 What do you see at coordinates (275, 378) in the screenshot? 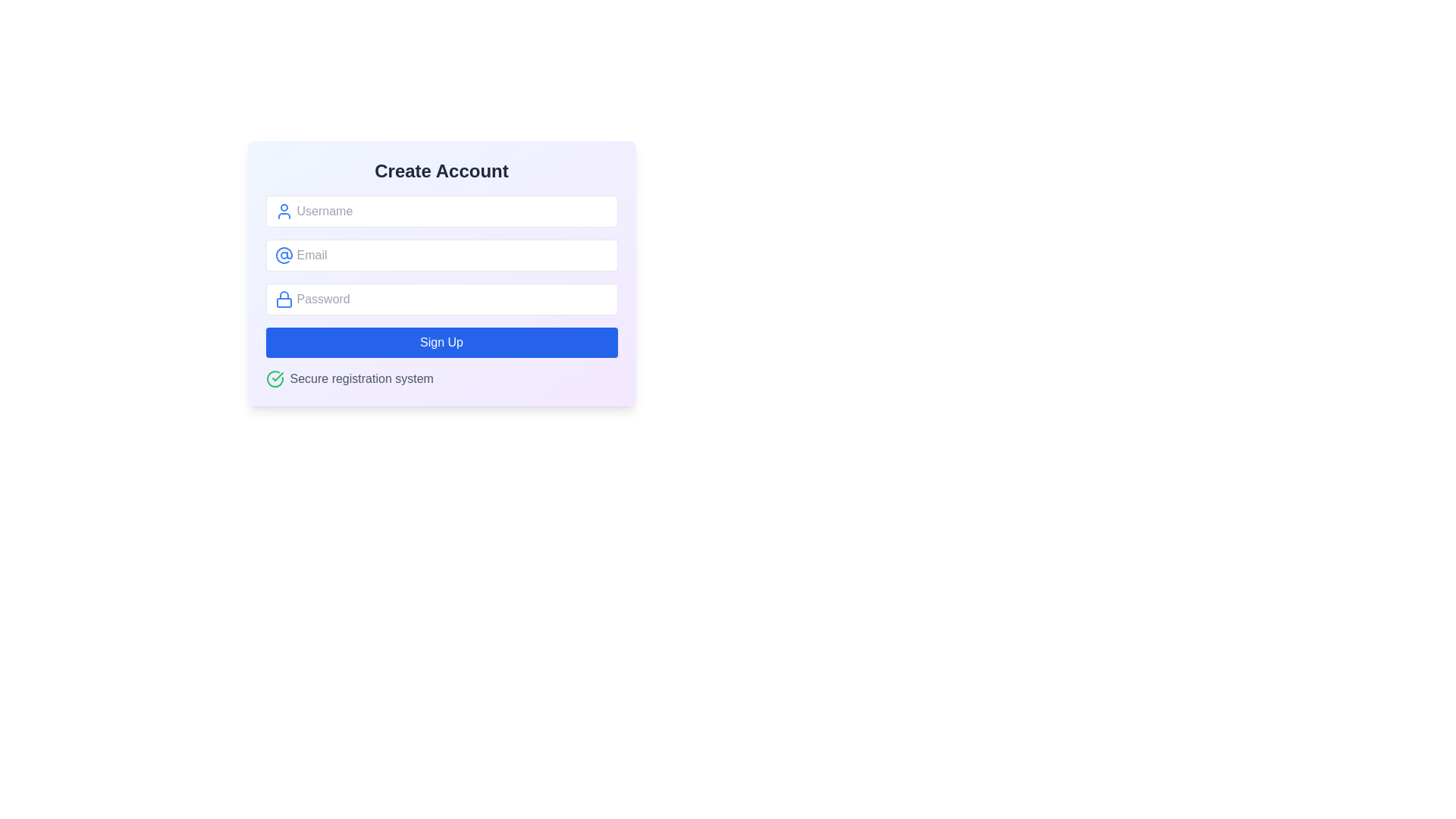
I see `the checkmark icon which confirms the success of the secure registration system, located to the left of the text 'Secure registration system'` at bounding box center [275, 378].